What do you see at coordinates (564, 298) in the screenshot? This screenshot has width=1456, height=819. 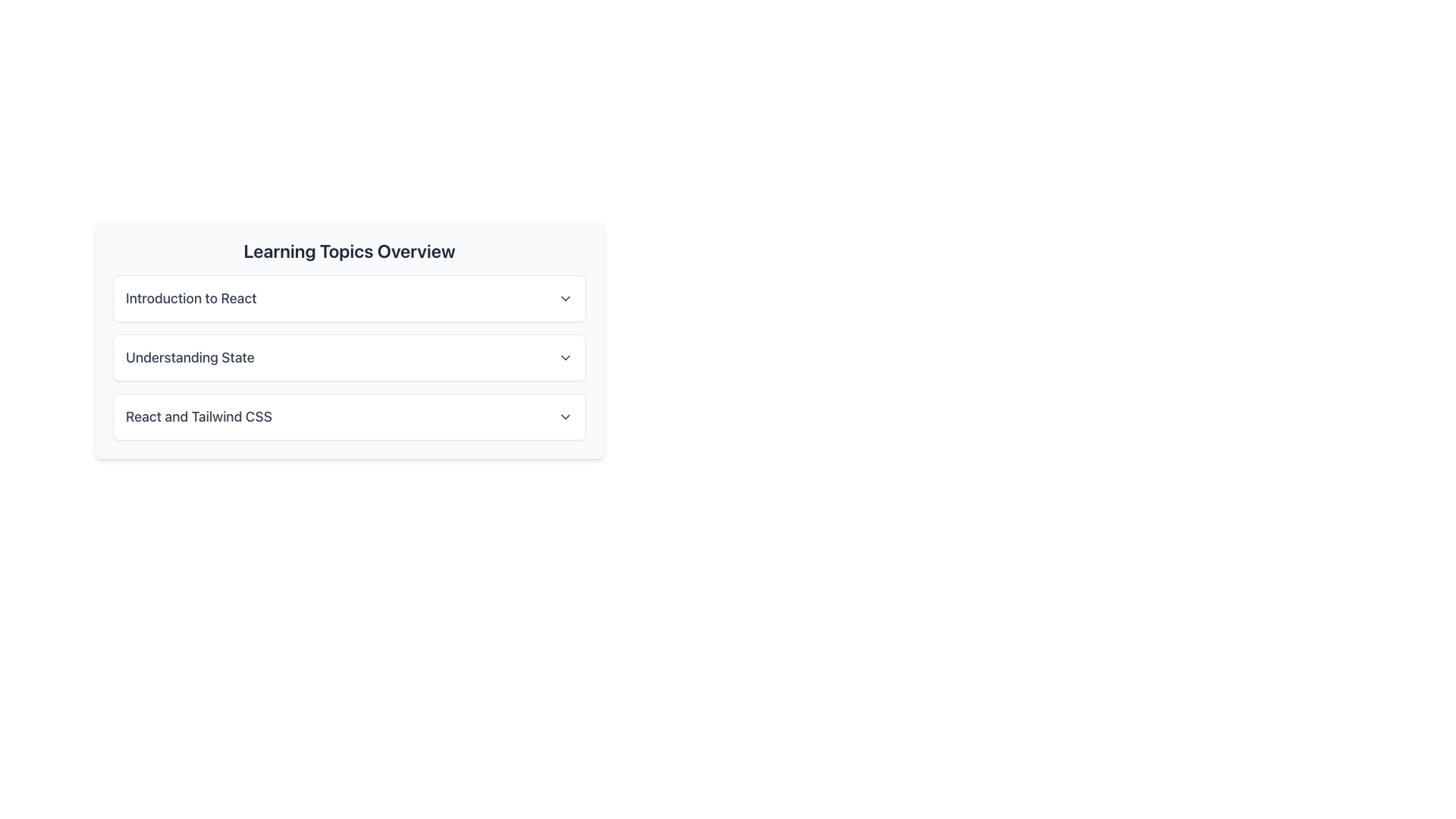 I see `the Dropdown Icon located at the far-right side of the row labeled 'Introduction to React'` at bounding box center [564, 298].